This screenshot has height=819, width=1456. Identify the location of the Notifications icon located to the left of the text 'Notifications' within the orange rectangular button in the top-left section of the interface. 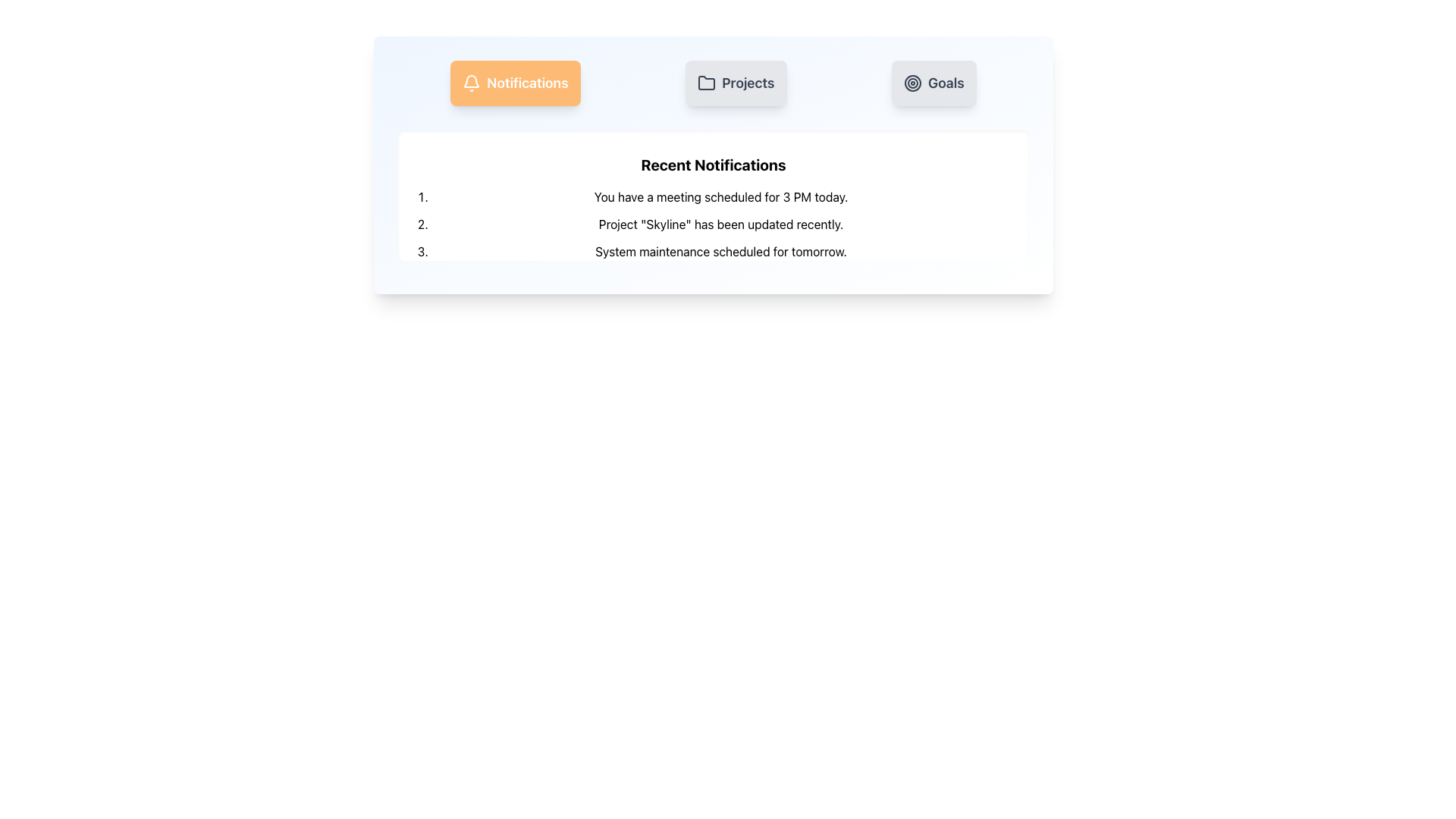
(471, 83).